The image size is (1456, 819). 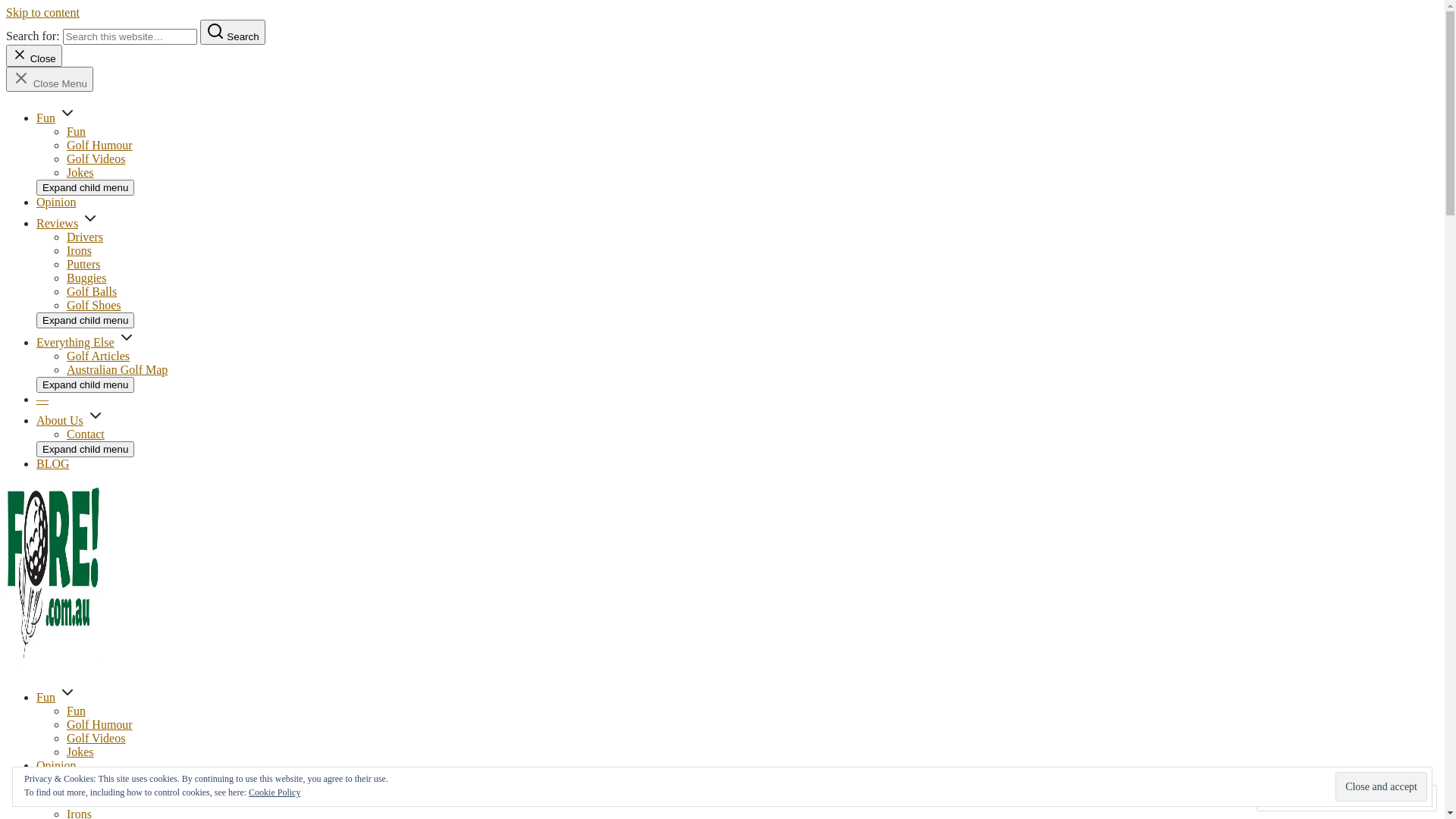 What do you see at coordinates (45, 697) in the screenshot?
I see `'Fun'` at bounding box center [45, 697].